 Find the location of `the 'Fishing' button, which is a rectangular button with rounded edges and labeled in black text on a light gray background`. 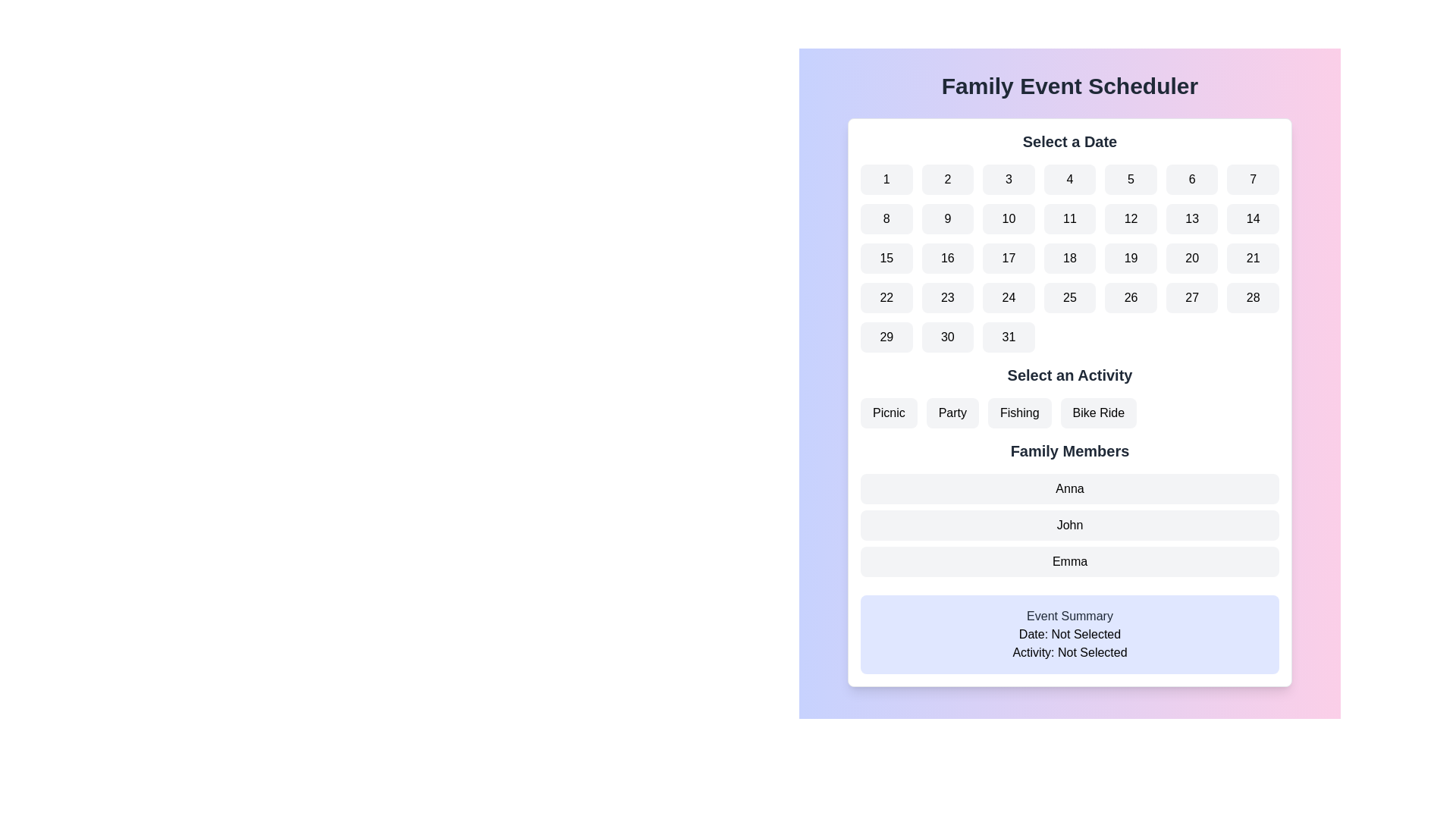

the 'Fishing' button, which is a rectangular button with rounded edges and labeled in black text on a light gray background is located at coordinates (1019, 413).